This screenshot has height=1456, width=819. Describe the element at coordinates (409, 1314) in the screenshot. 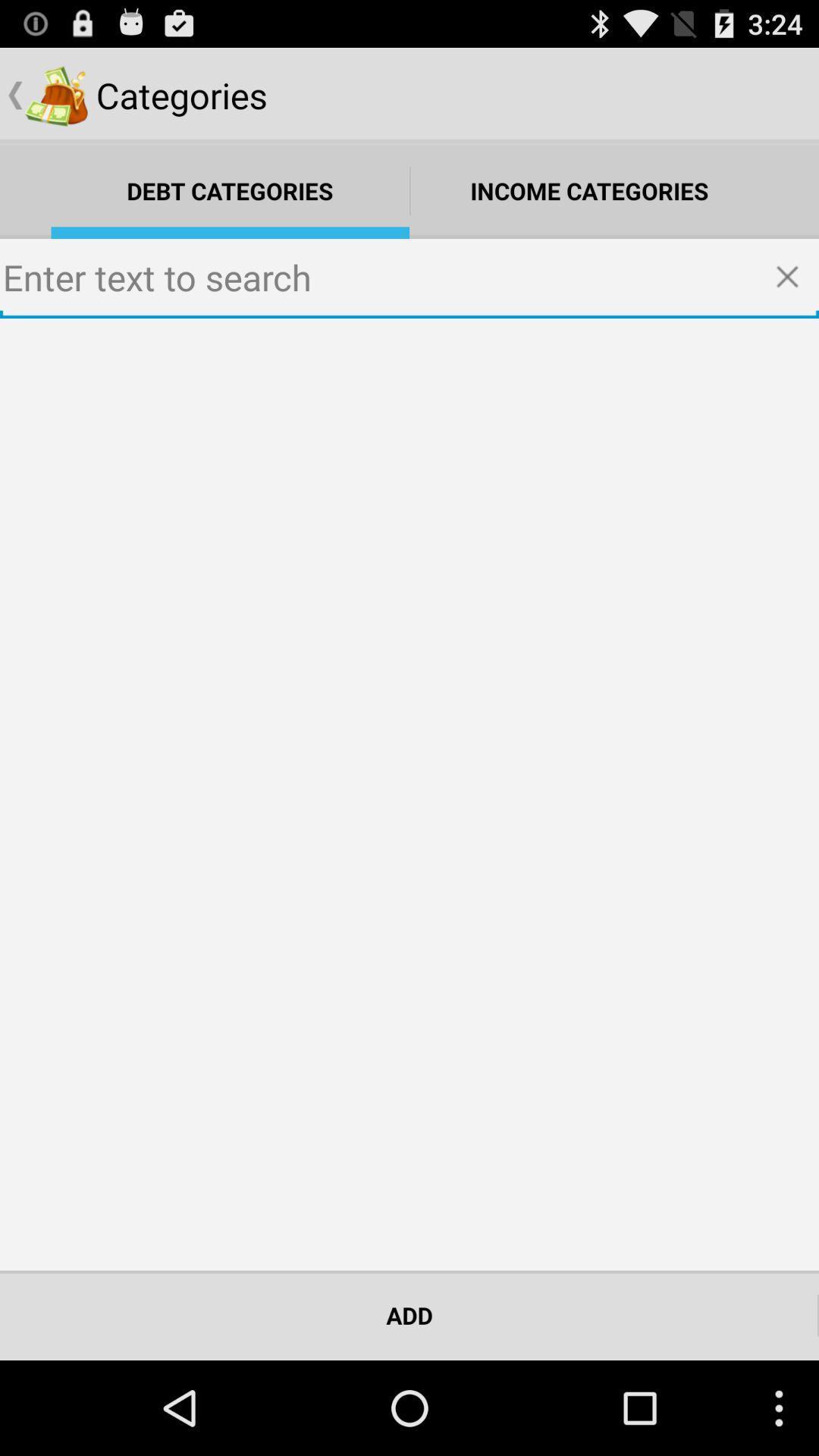

I see `add` at that location.